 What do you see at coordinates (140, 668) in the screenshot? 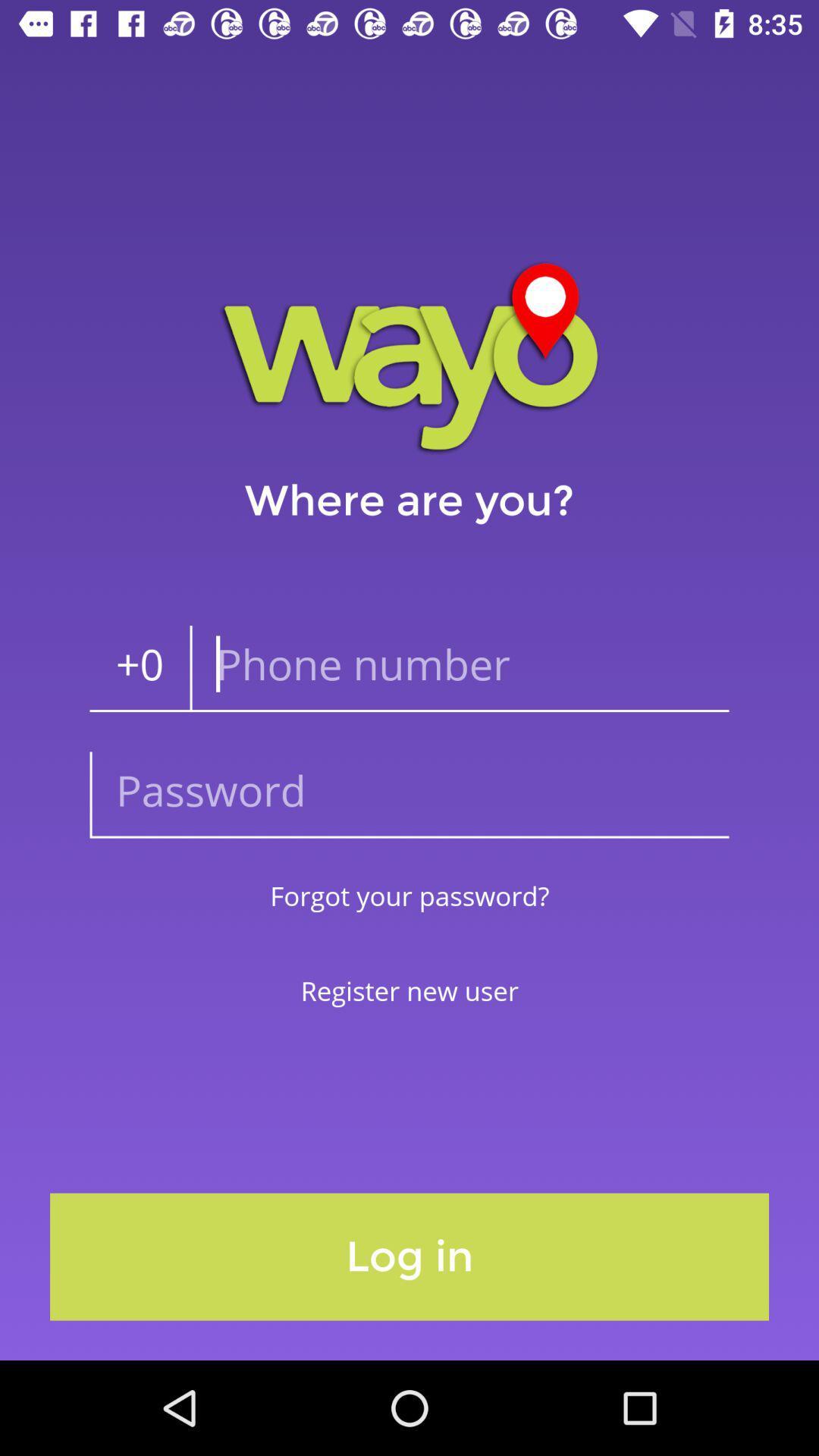
I see `+0 on the left` at bounding box center [140, 668].